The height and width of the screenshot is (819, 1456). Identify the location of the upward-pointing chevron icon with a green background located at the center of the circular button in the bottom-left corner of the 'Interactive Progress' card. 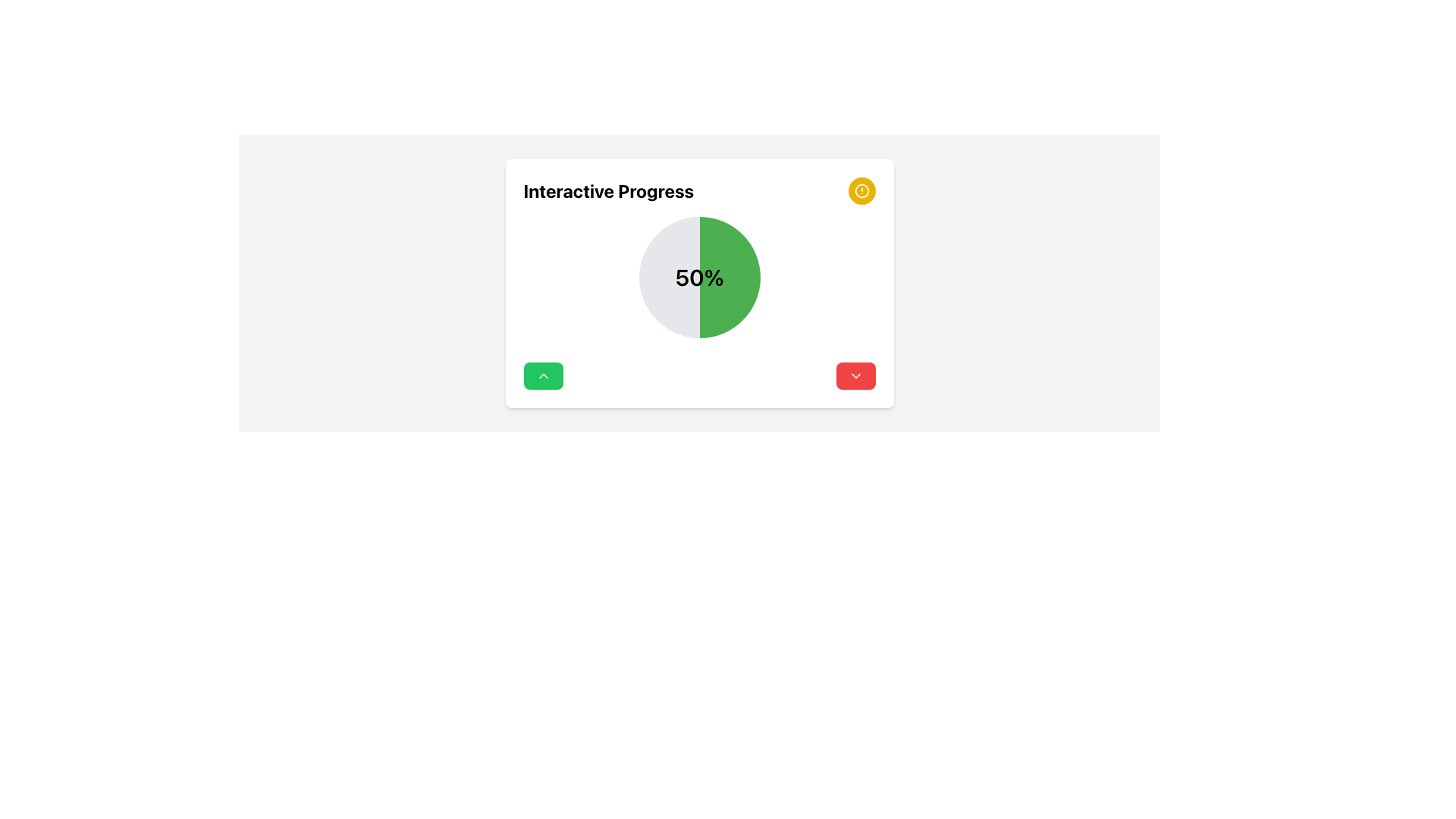
(543, 375).